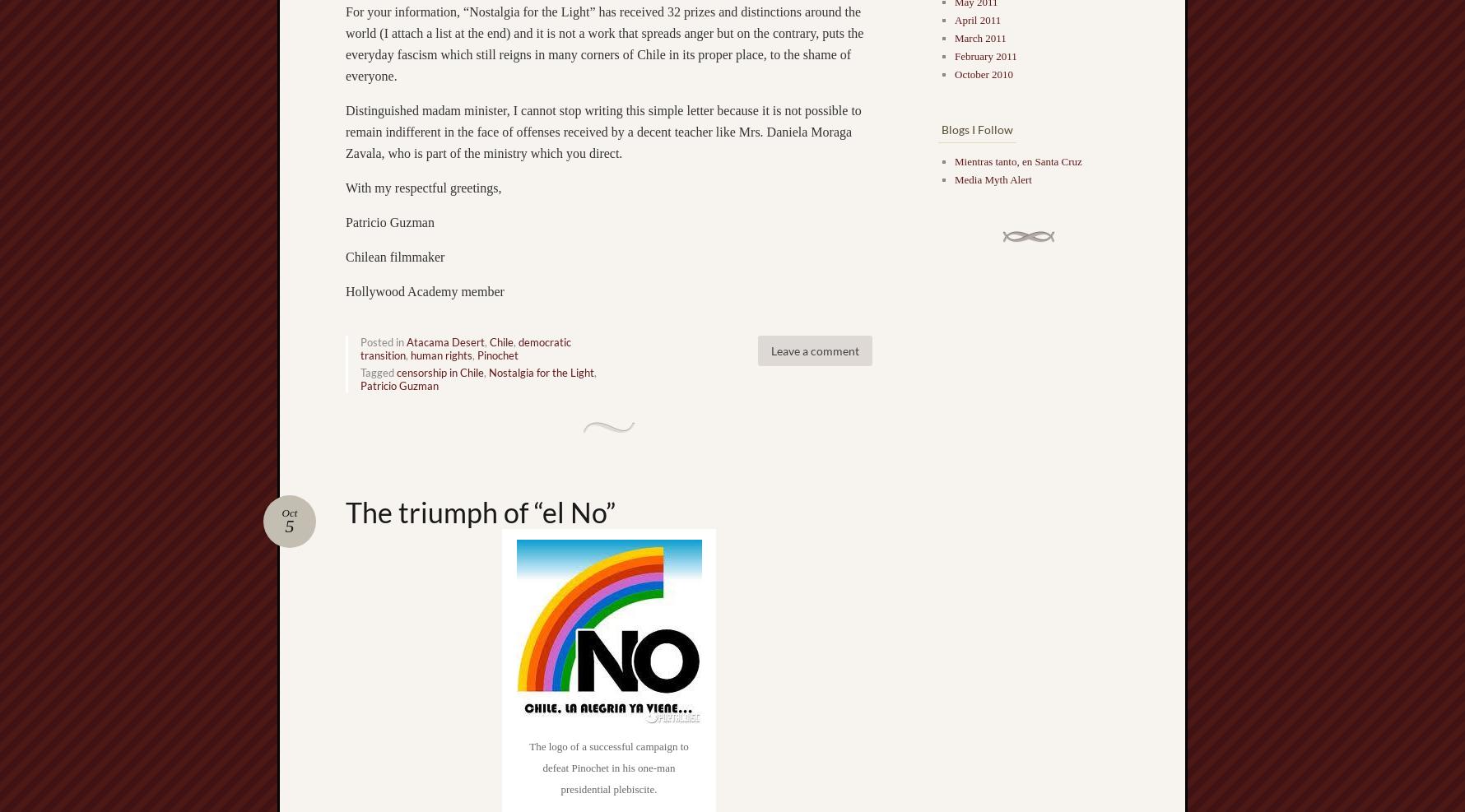 The width and height of the screenshot is (1465, 812). What do you see at coordinates (602, 130) in the screenshot?
I see `'Distinguished madam minister, I cannot stop writing this simple letter because it is not possible to remain indifferent in the face of offenses received by a decent teacher like Mrs. Daniela Moraga Zavala, who is part of the ministry which you direct.'` at bounding box center [602, 130].